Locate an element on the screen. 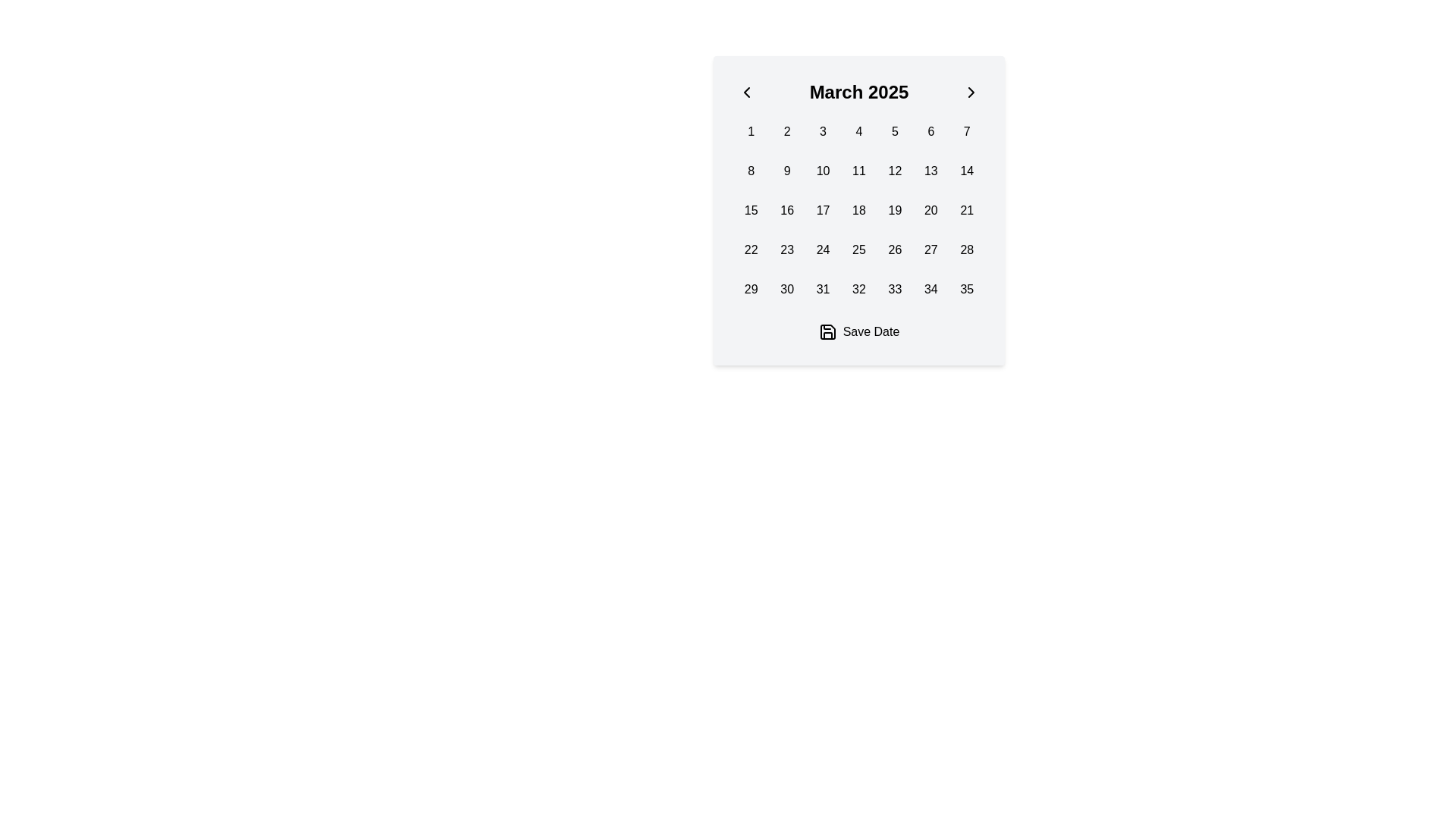  the button displaying the number '20' in black text on a light gray background located in the third row, sixth column of the calendar panel titled 'March 2025' to change its background color is located at coordinates (930, 210).